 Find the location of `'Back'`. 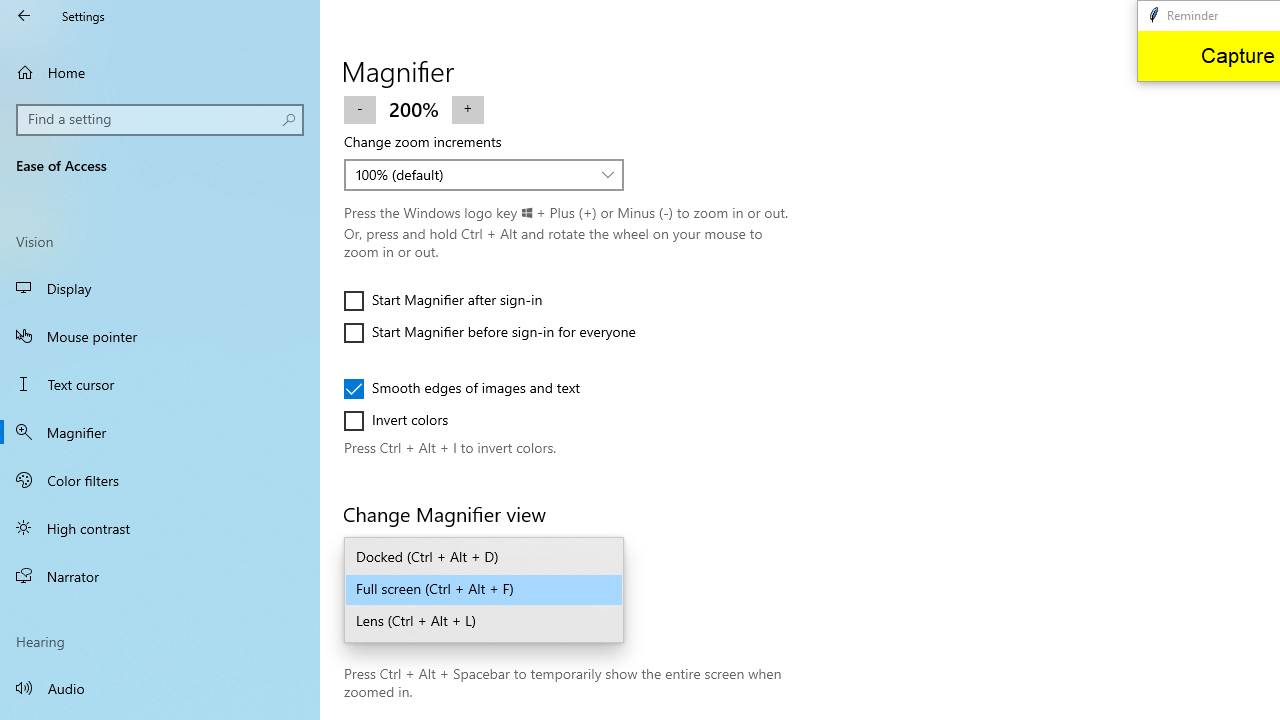

'Back' is located at coordinates (24, 15).